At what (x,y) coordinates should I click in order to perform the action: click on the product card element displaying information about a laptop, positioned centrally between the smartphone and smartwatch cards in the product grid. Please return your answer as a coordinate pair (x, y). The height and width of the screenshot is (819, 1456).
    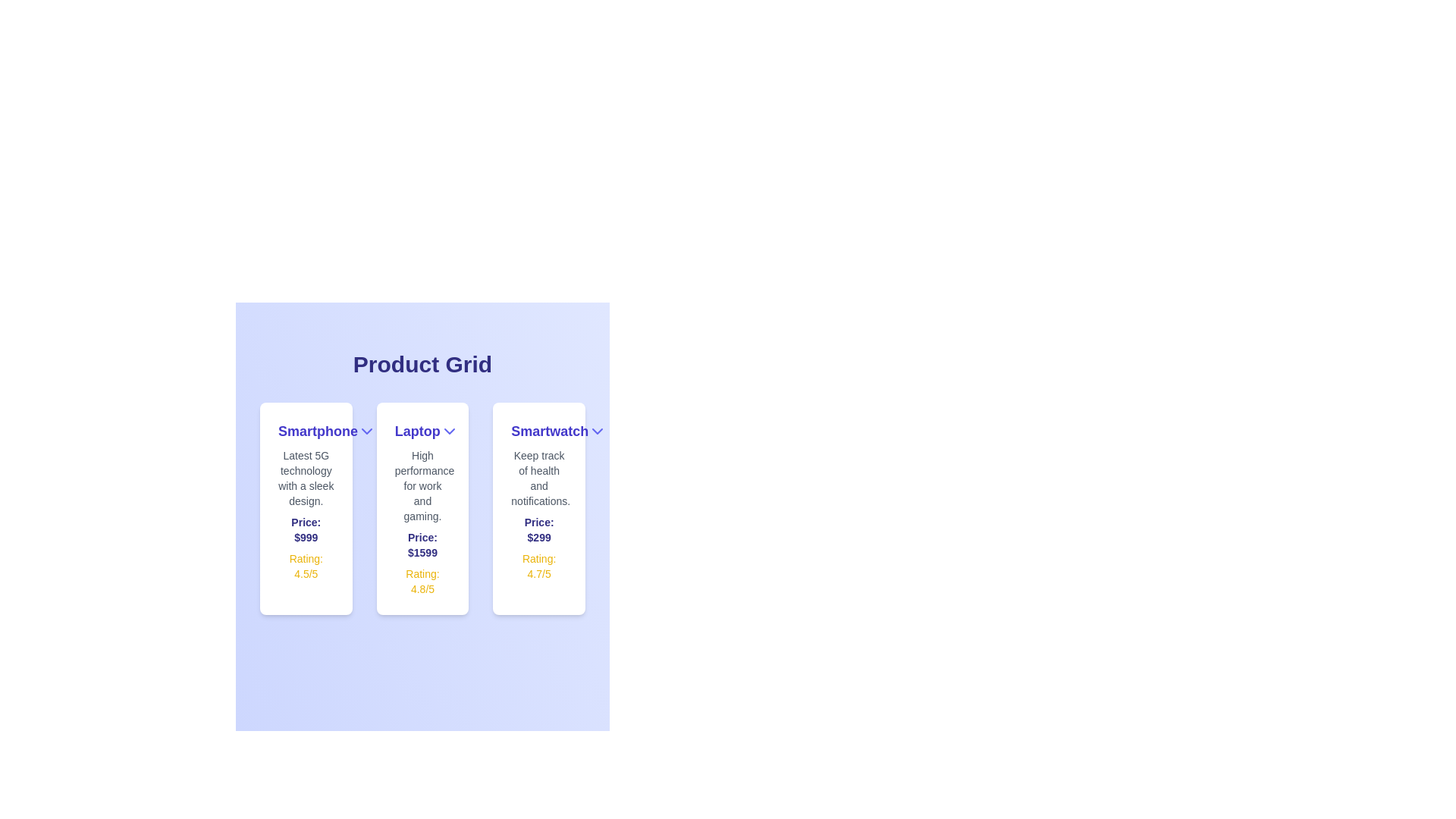
    Looking at the image, I should click on (422, 509).